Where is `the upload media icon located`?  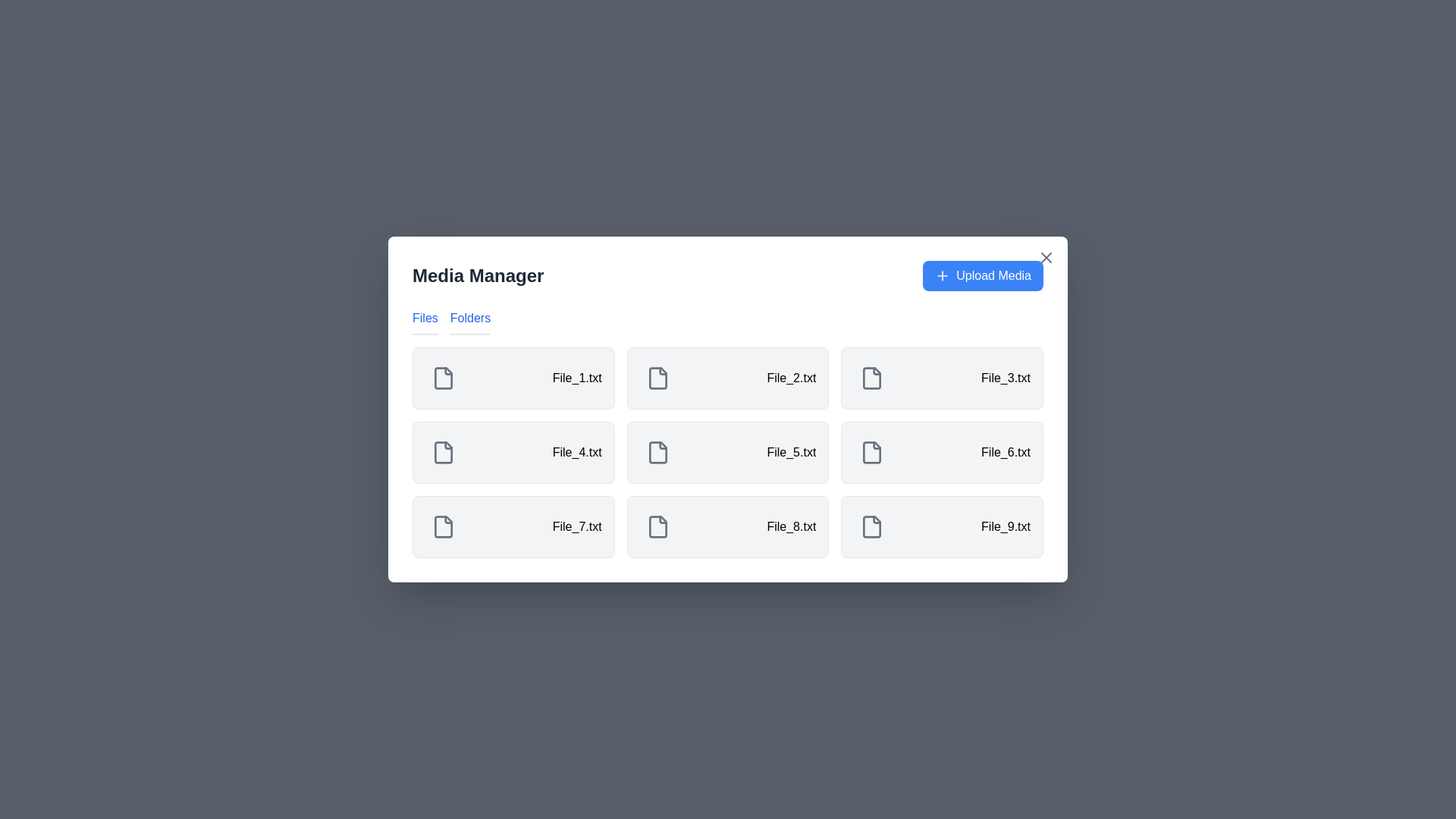 the upload media icon located is located at coordinates (942, 275).